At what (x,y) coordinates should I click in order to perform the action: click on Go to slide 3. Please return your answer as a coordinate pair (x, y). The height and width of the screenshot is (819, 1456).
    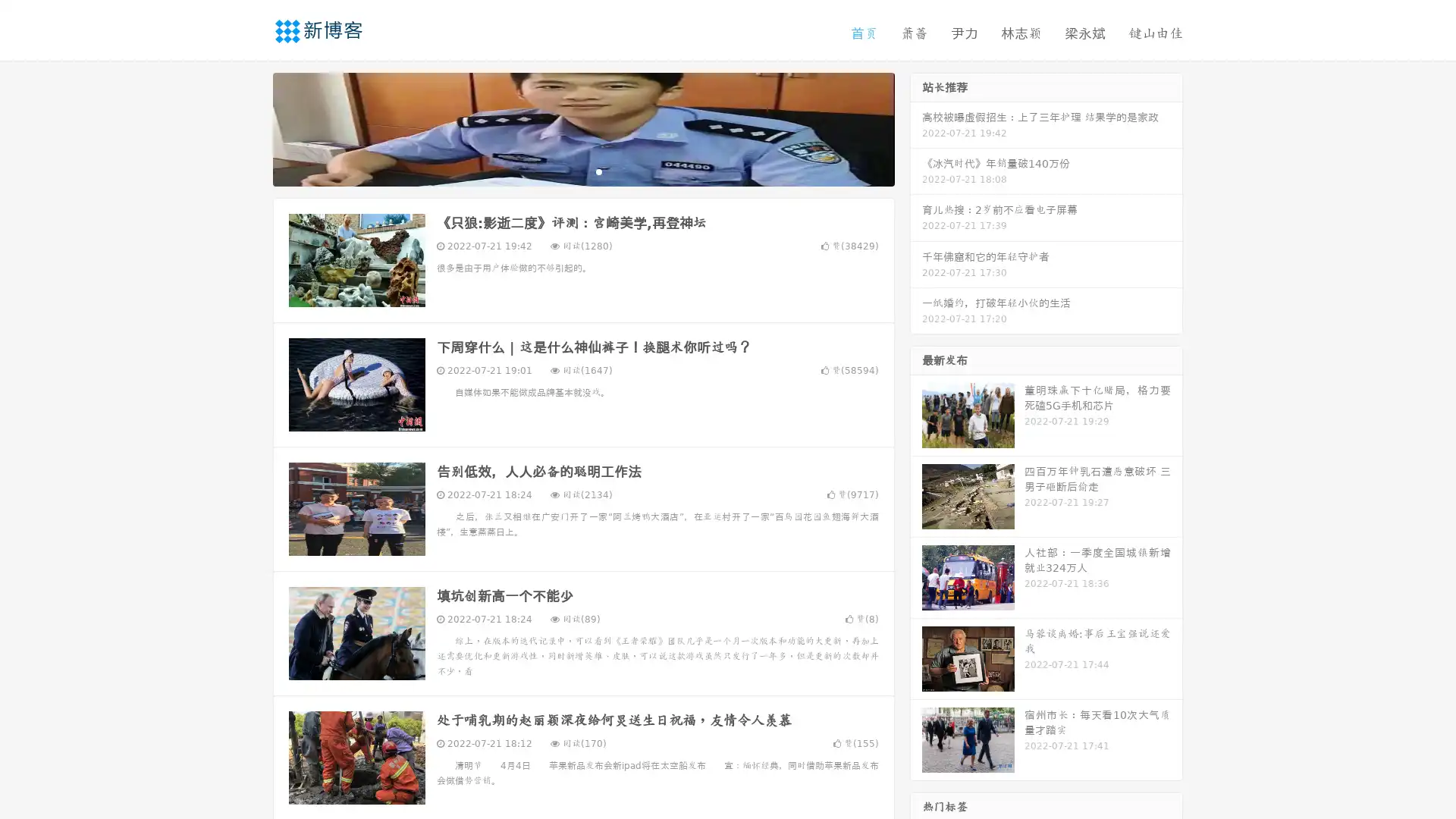
    Looking at the image, I should click on (598, 171).